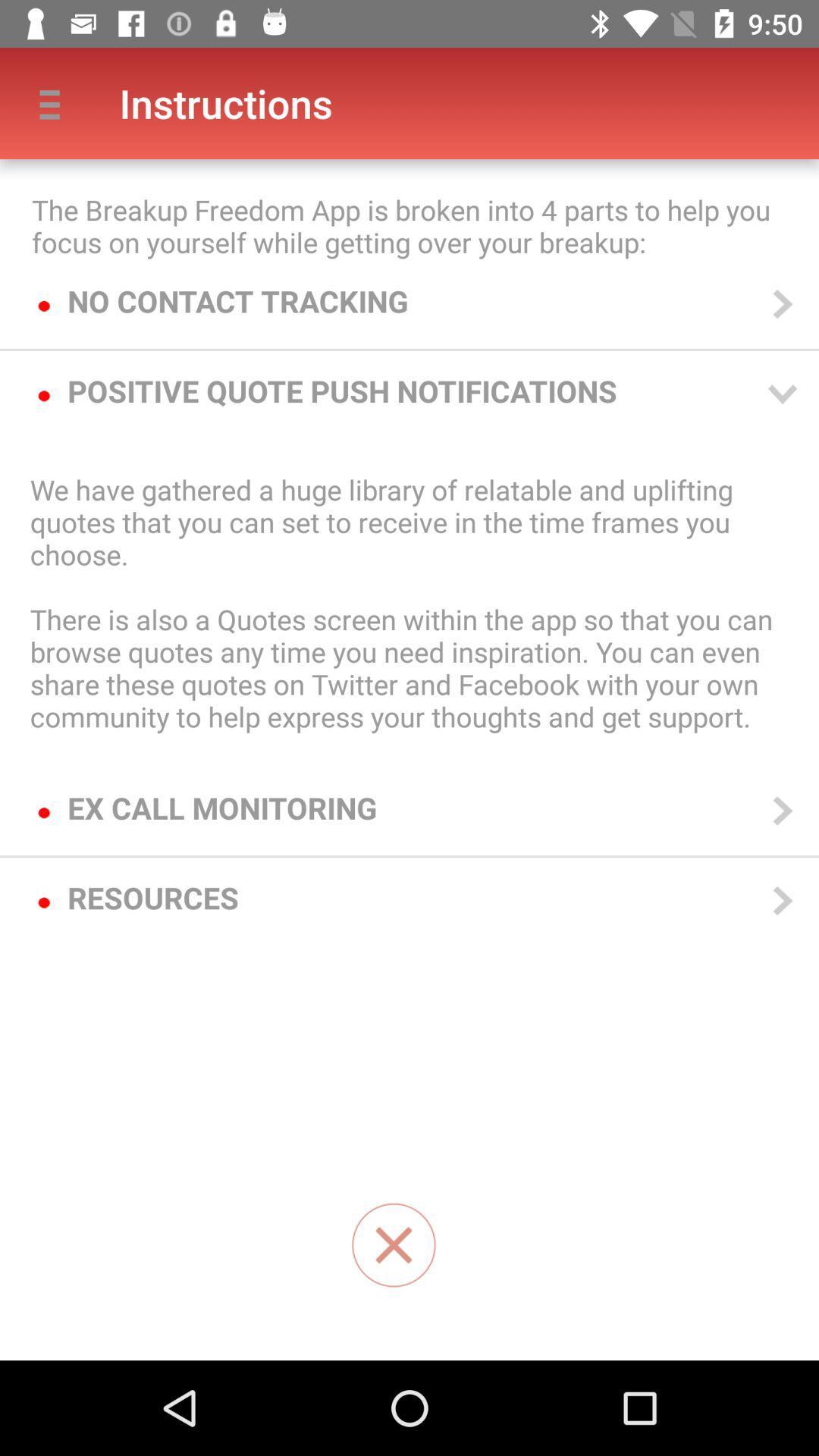 The width and height of the screenshot is (819, 1456). What do you see at coordinates (393, 1245) in the screenshot?
I see `button` at bounding box center [393, 1245].